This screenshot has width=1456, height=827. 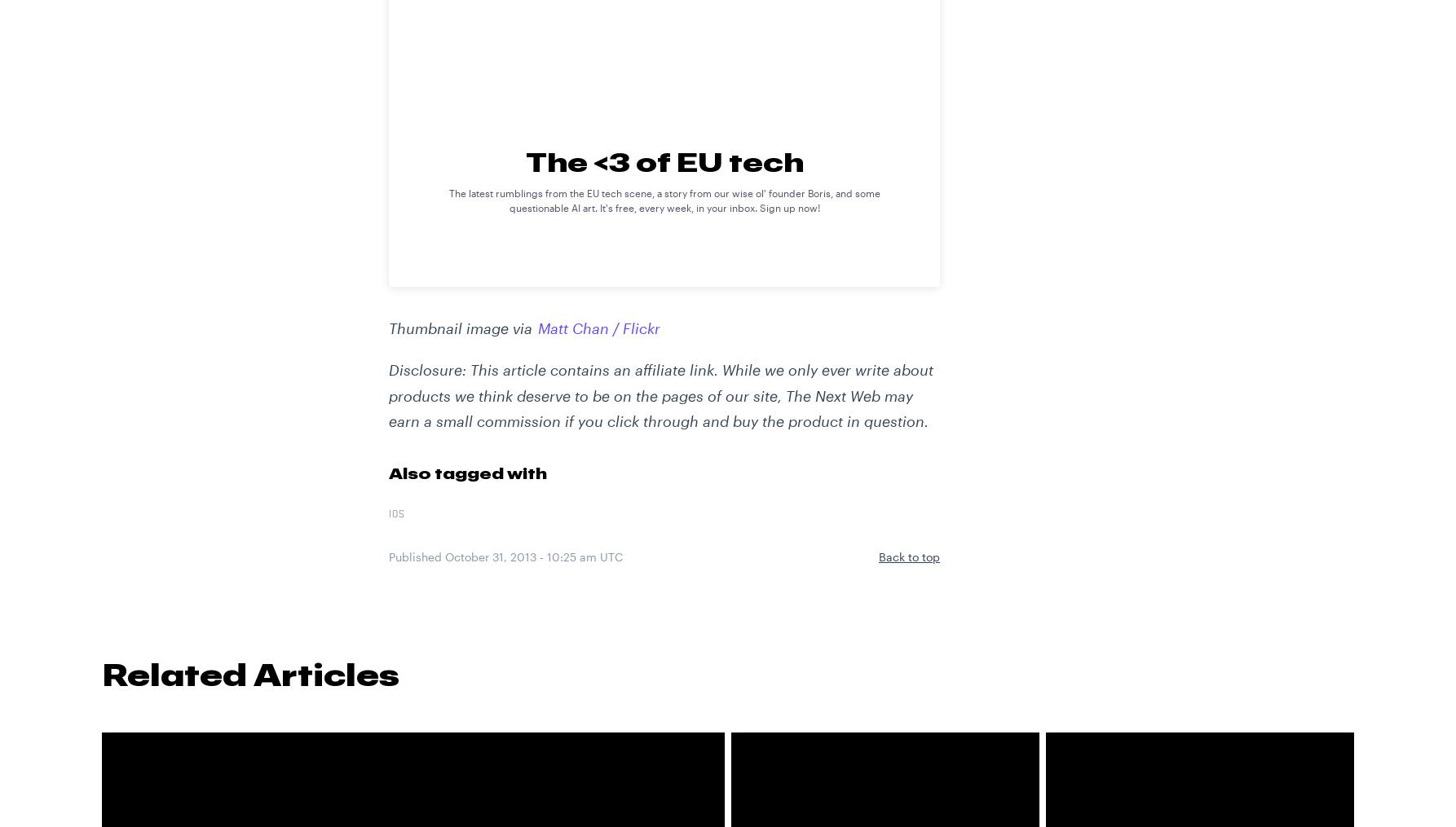 What do you see at coordinates (395, 513) in the screenshot?
I see `'iOS'` at bounding box center [395, 513].